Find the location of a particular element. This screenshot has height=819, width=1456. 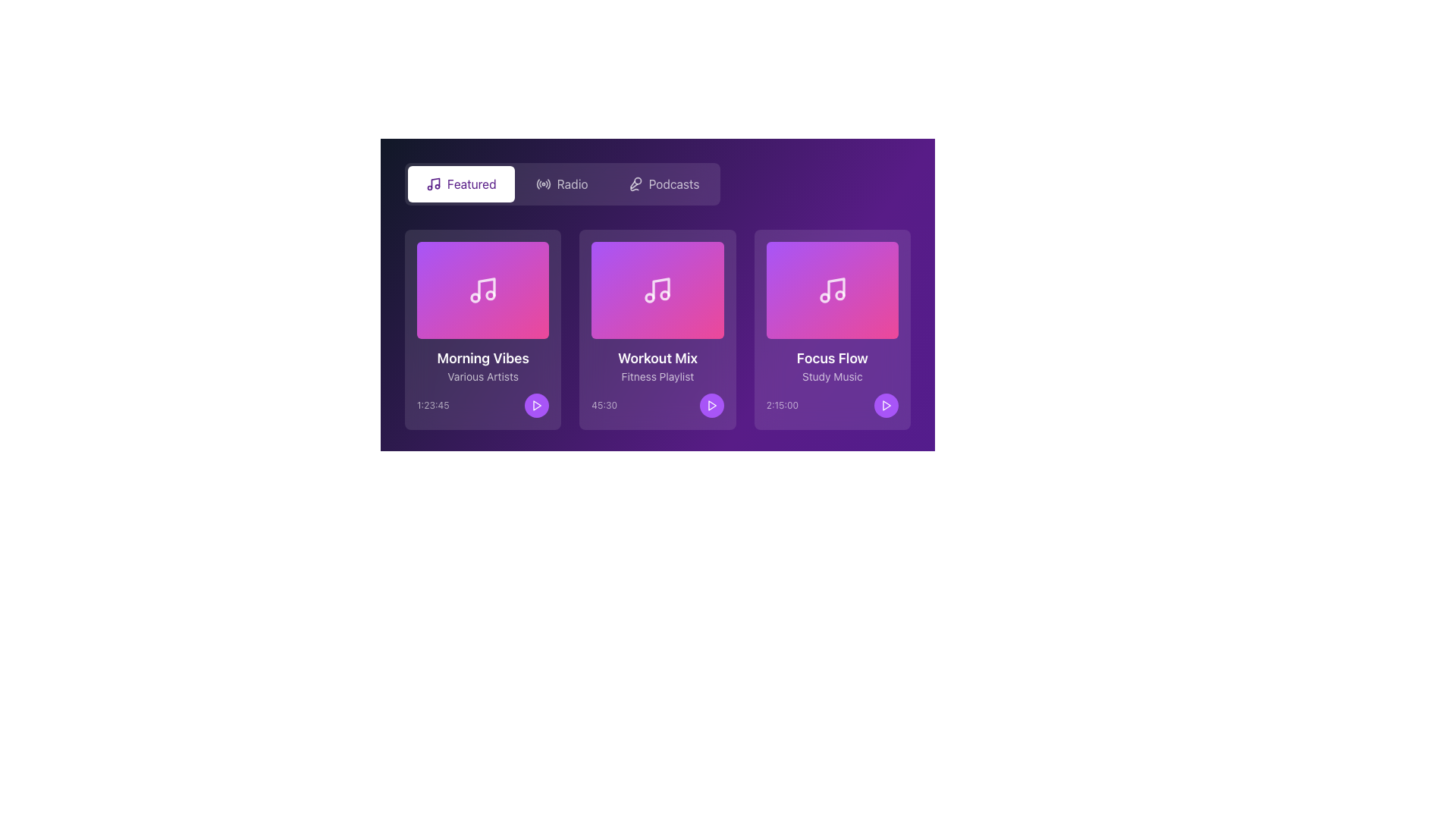

the first circular component of the musical note SVG icon within the 'Morning Vibes' tile, located near the top-center of the interface is located at coordinates (475, 298).